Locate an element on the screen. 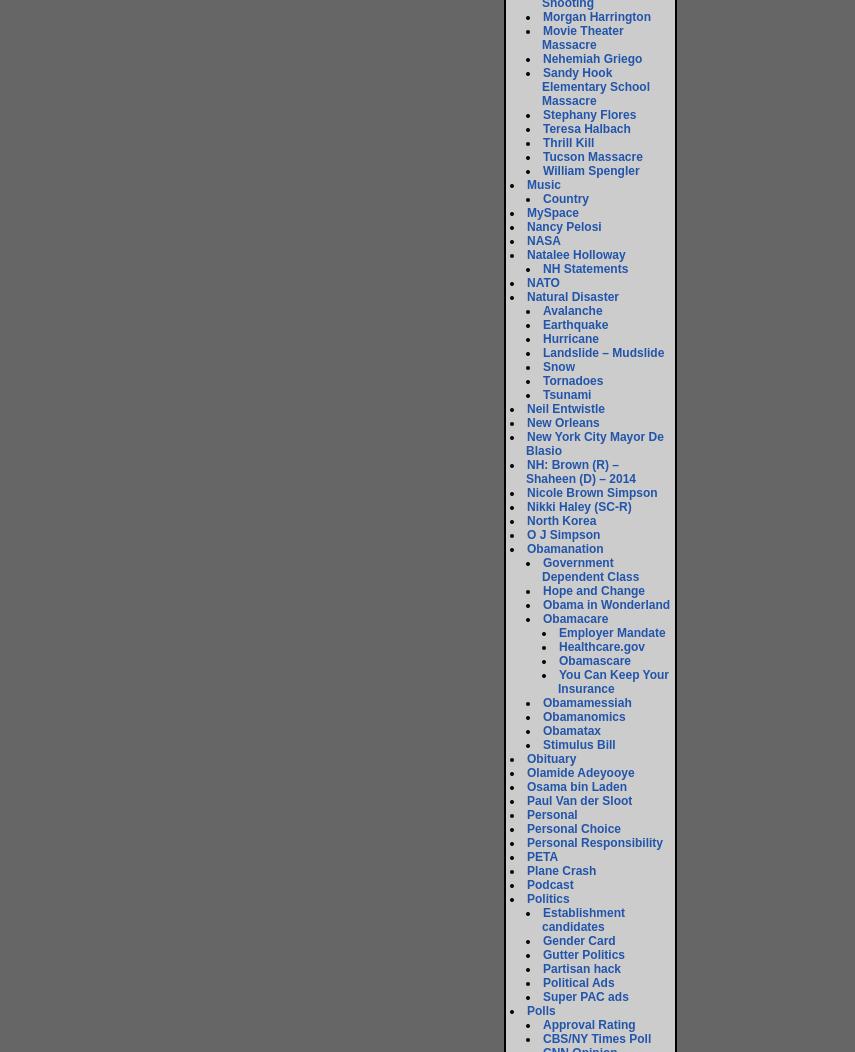 The image size is (855, 1052). 'Nehemiah Griego' is located at coordinates (543, 58).